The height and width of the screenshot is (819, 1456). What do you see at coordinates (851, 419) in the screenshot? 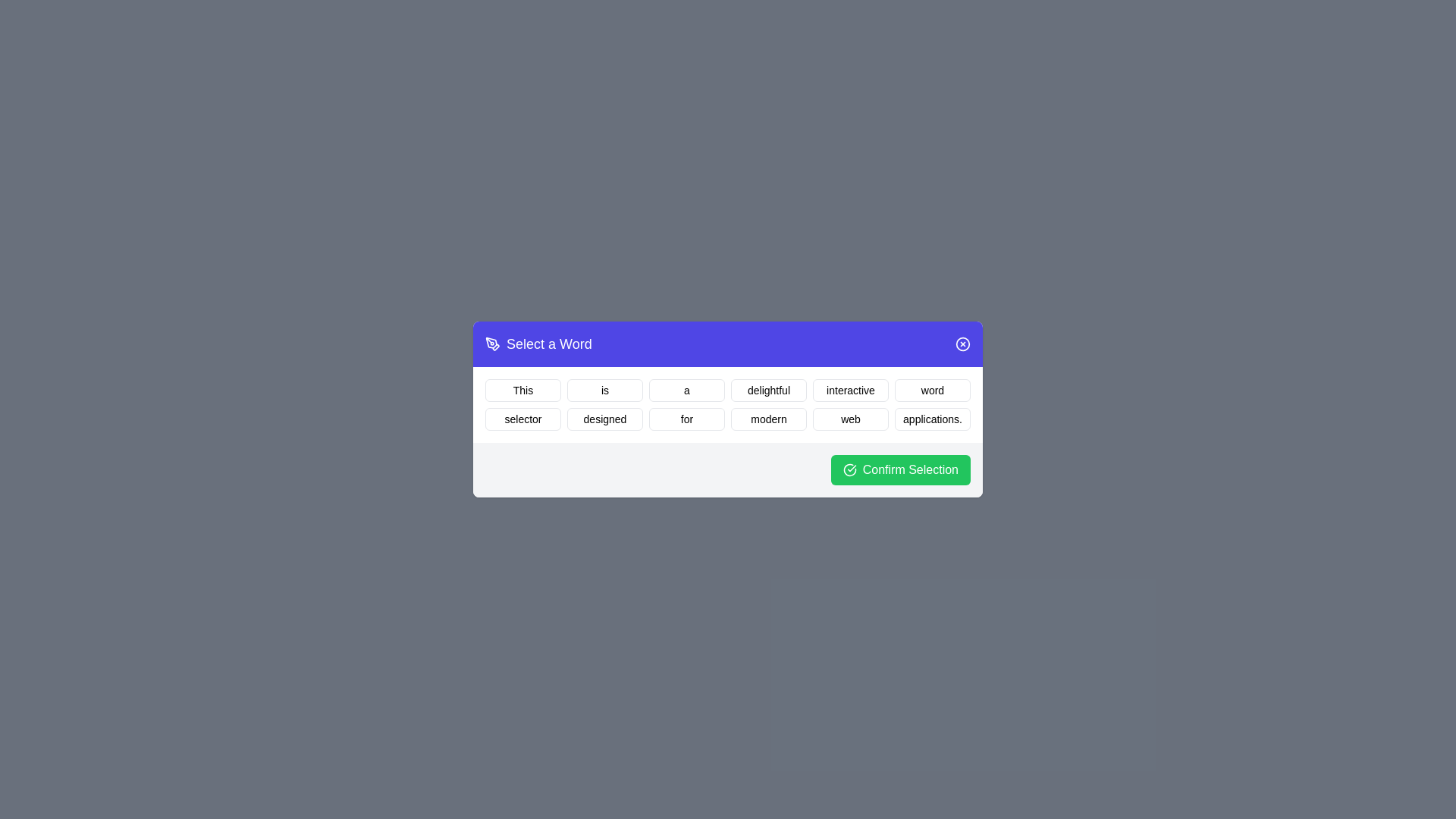
I see `the word web by clicking on it` at bounding box center [851, 419].